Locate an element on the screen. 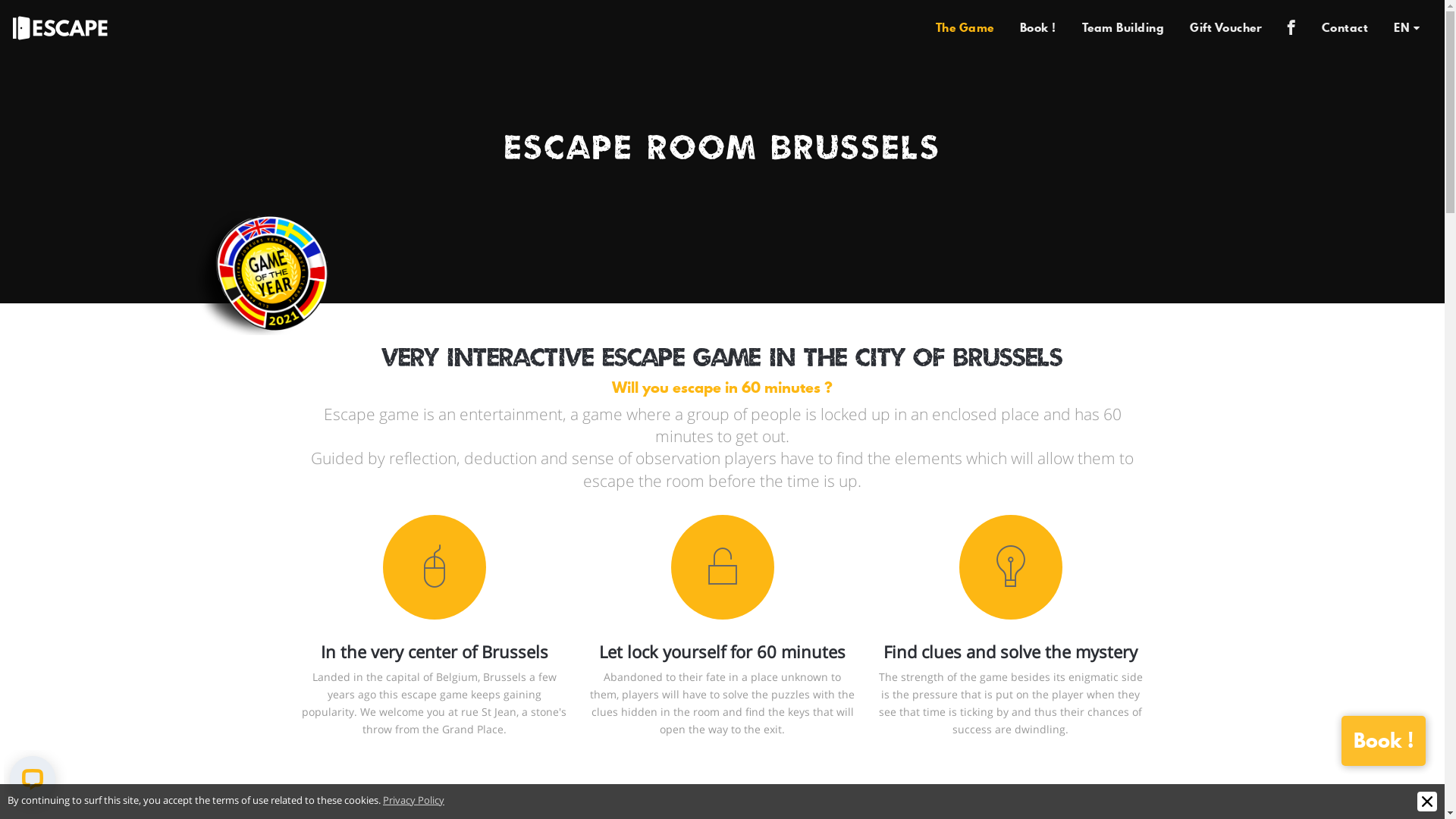 This screenshot has width=1456, height=819. 'Privacy Policy' is located at coordinates (413, 799).